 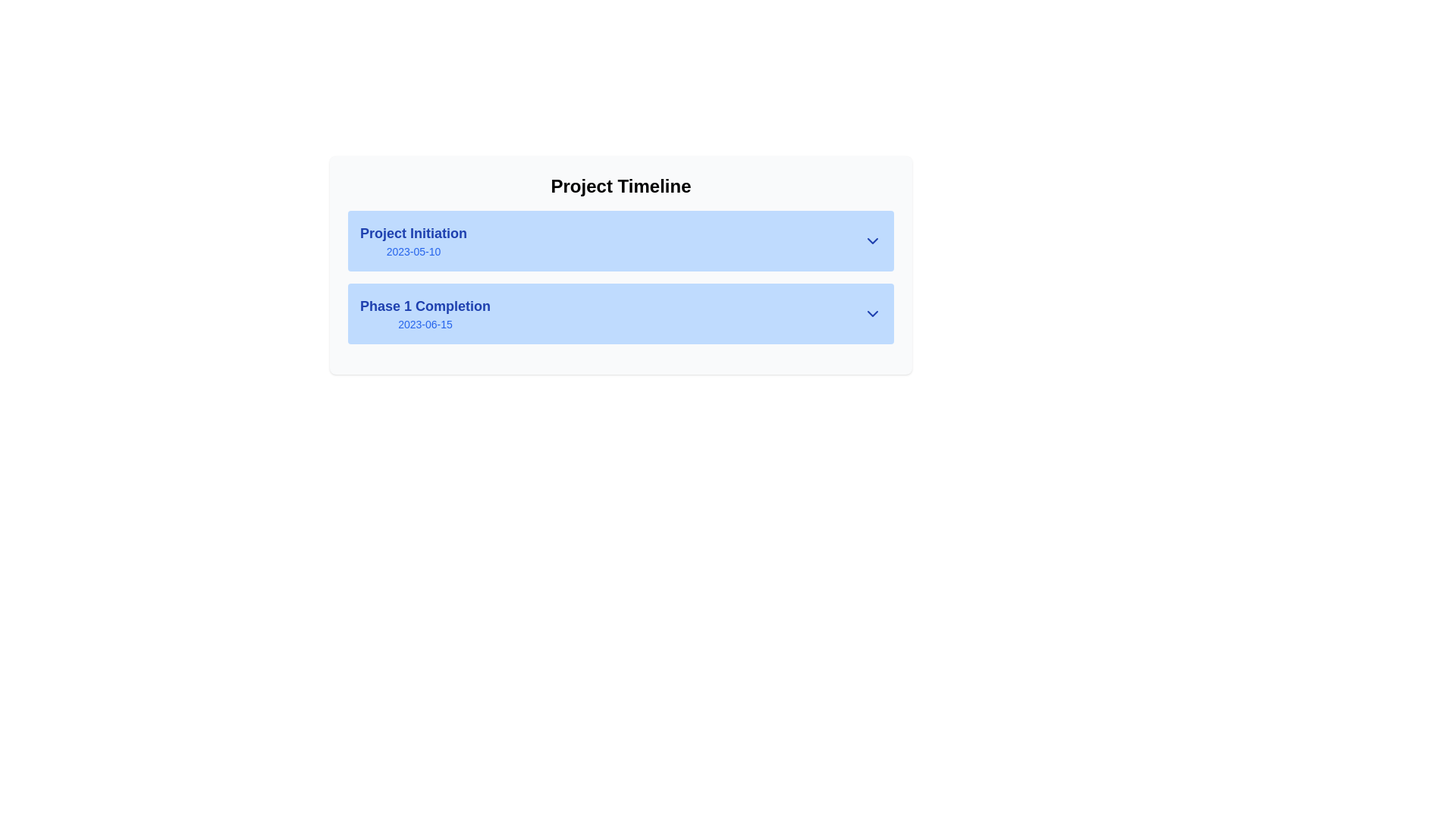 What do you see at coordinates (621, 240) in the screenshot?
I see `the first entry in the project timeline labeled 'Project Initiation'` at bounding box center [621, 240].